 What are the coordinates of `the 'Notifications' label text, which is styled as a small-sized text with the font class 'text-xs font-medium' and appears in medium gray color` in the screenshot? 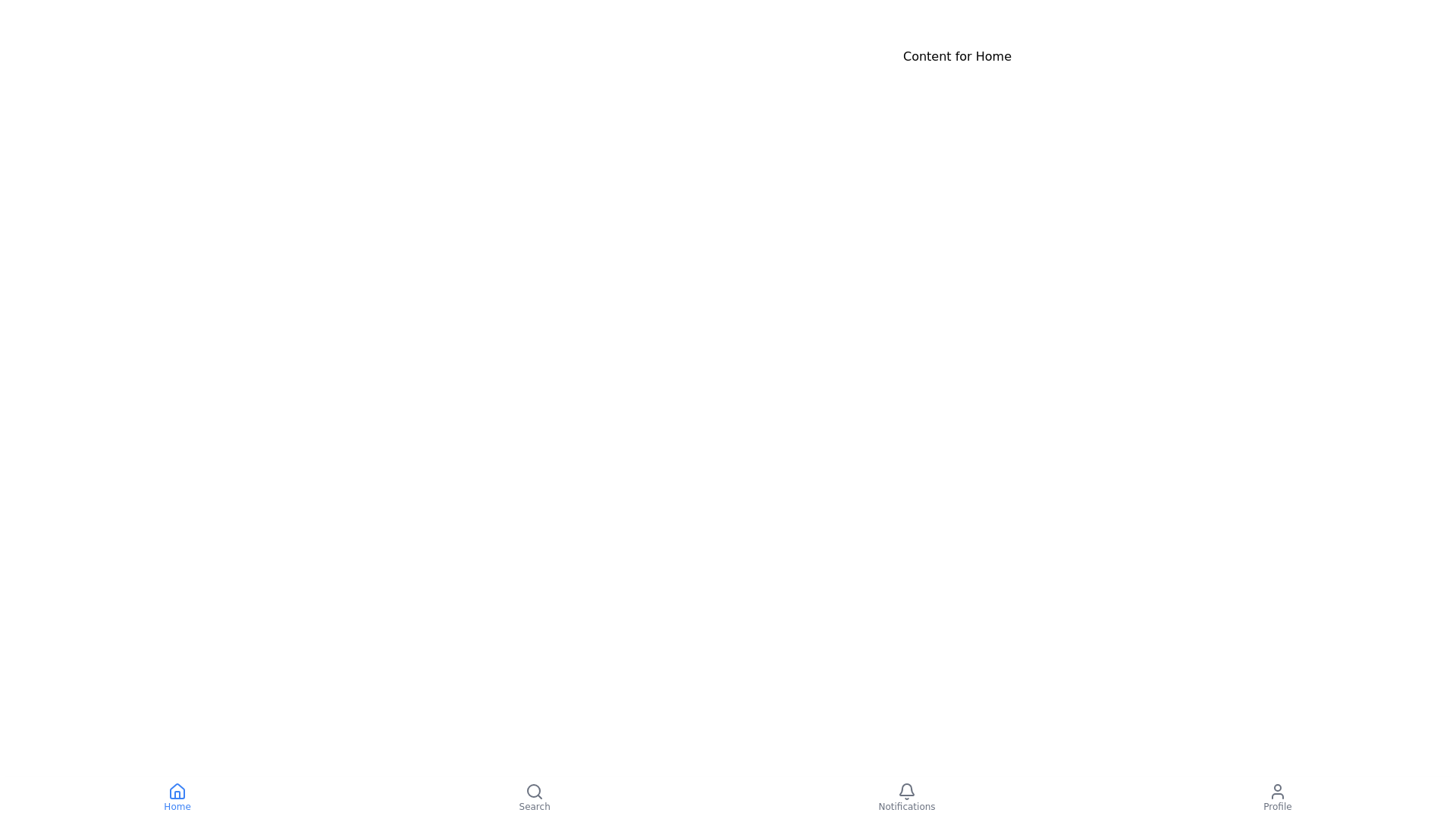 It's located at (906, 806).